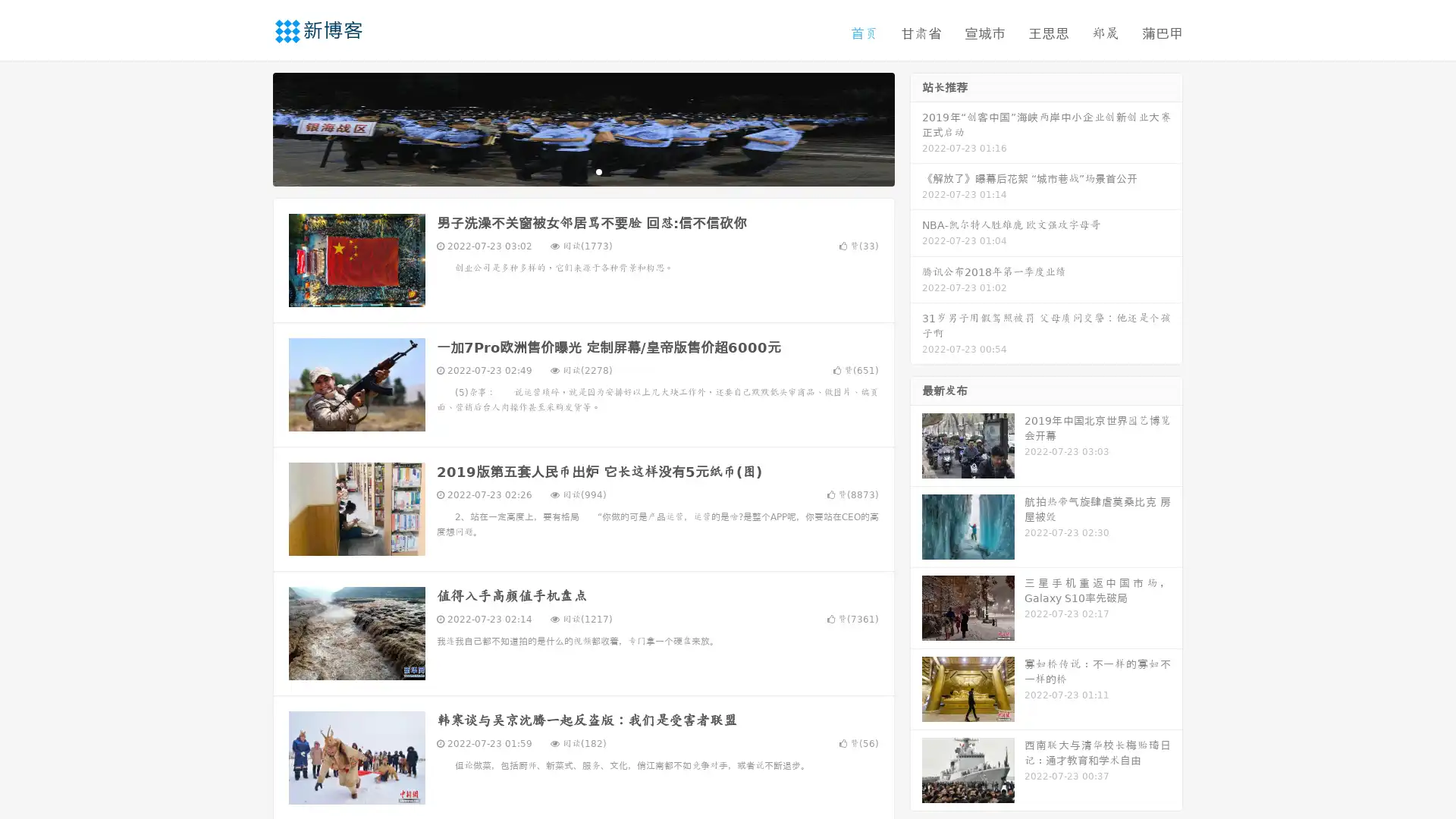  I want to click on Next slide, so click(916, 127).